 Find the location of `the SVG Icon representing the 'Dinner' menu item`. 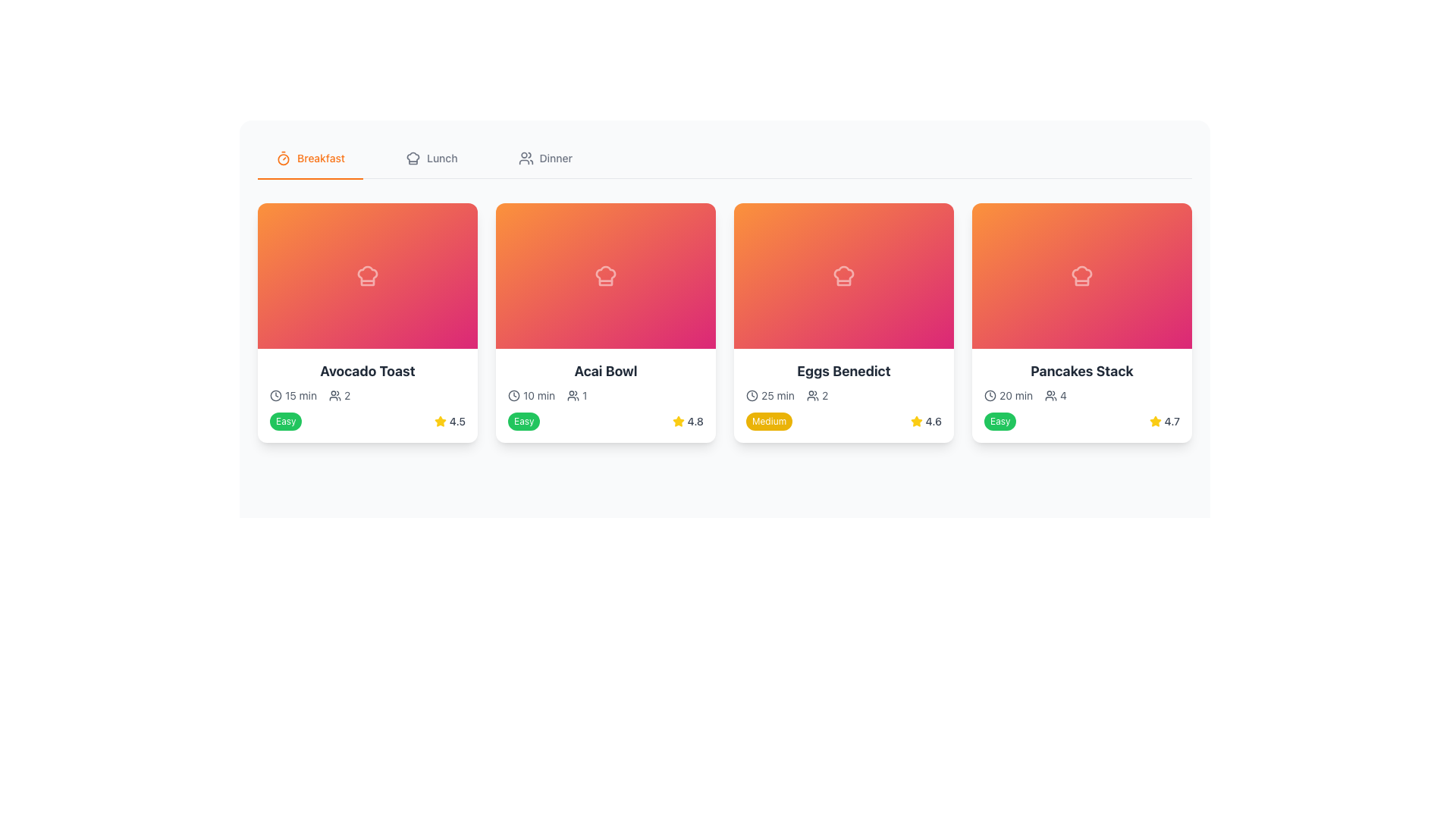

the SVG Icon representing the 'Dinner' menu item is located at coordinates (526, 158).